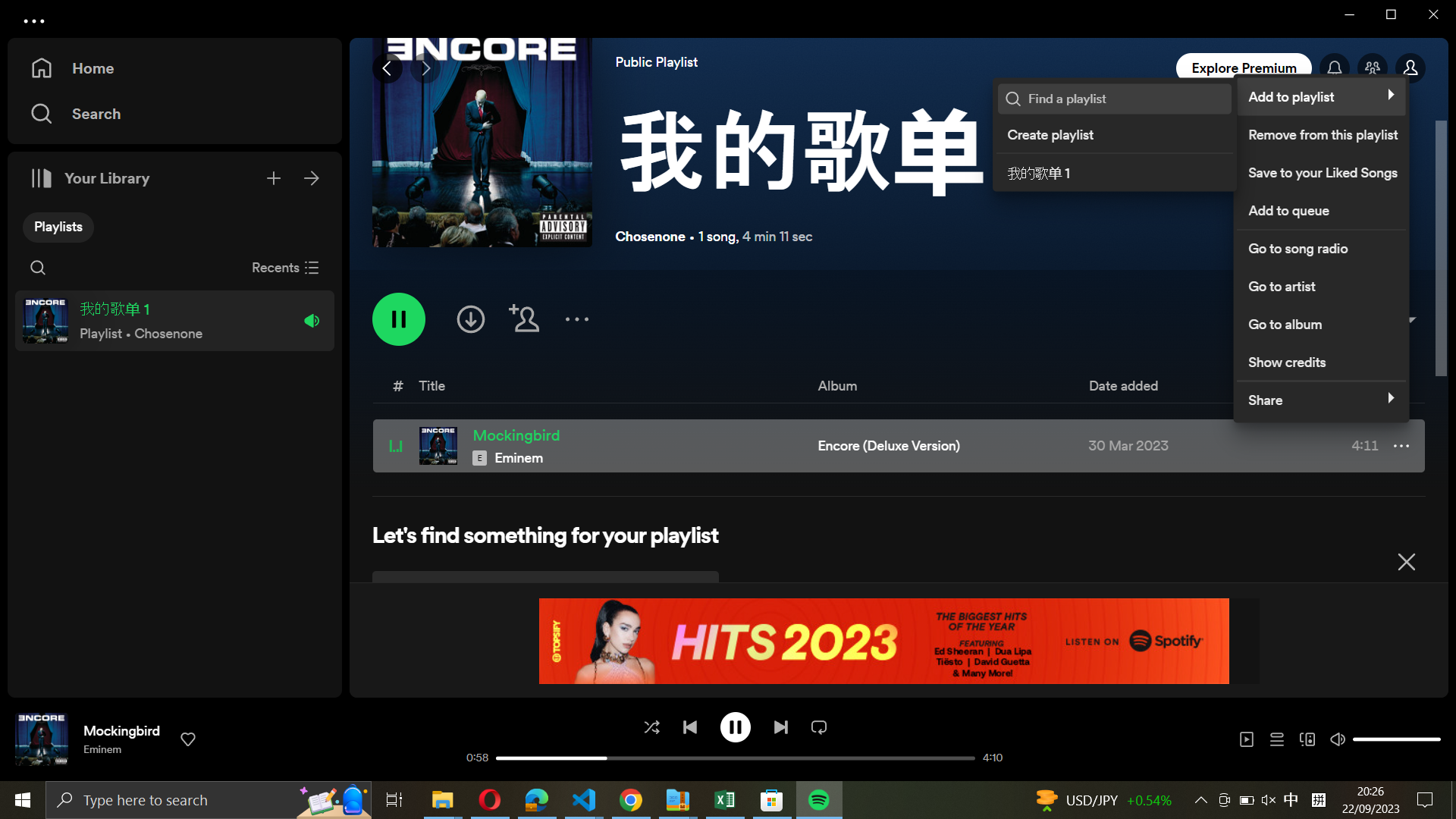  I want to click on Switch between the loop function and the loop once function, so click(818, 725).